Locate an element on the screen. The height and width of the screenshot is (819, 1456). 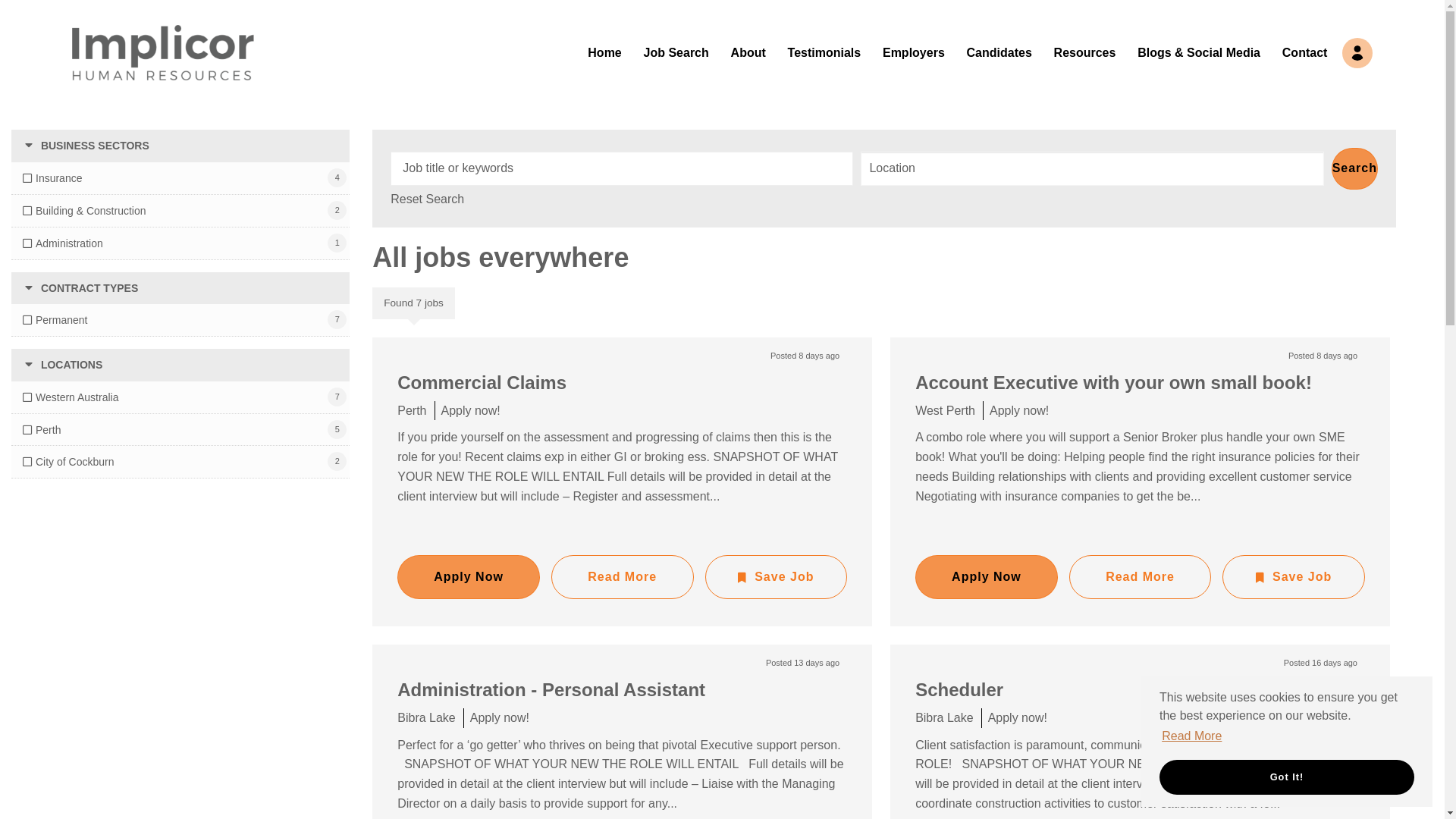
'Search' is located at coordinates (1354, 168).